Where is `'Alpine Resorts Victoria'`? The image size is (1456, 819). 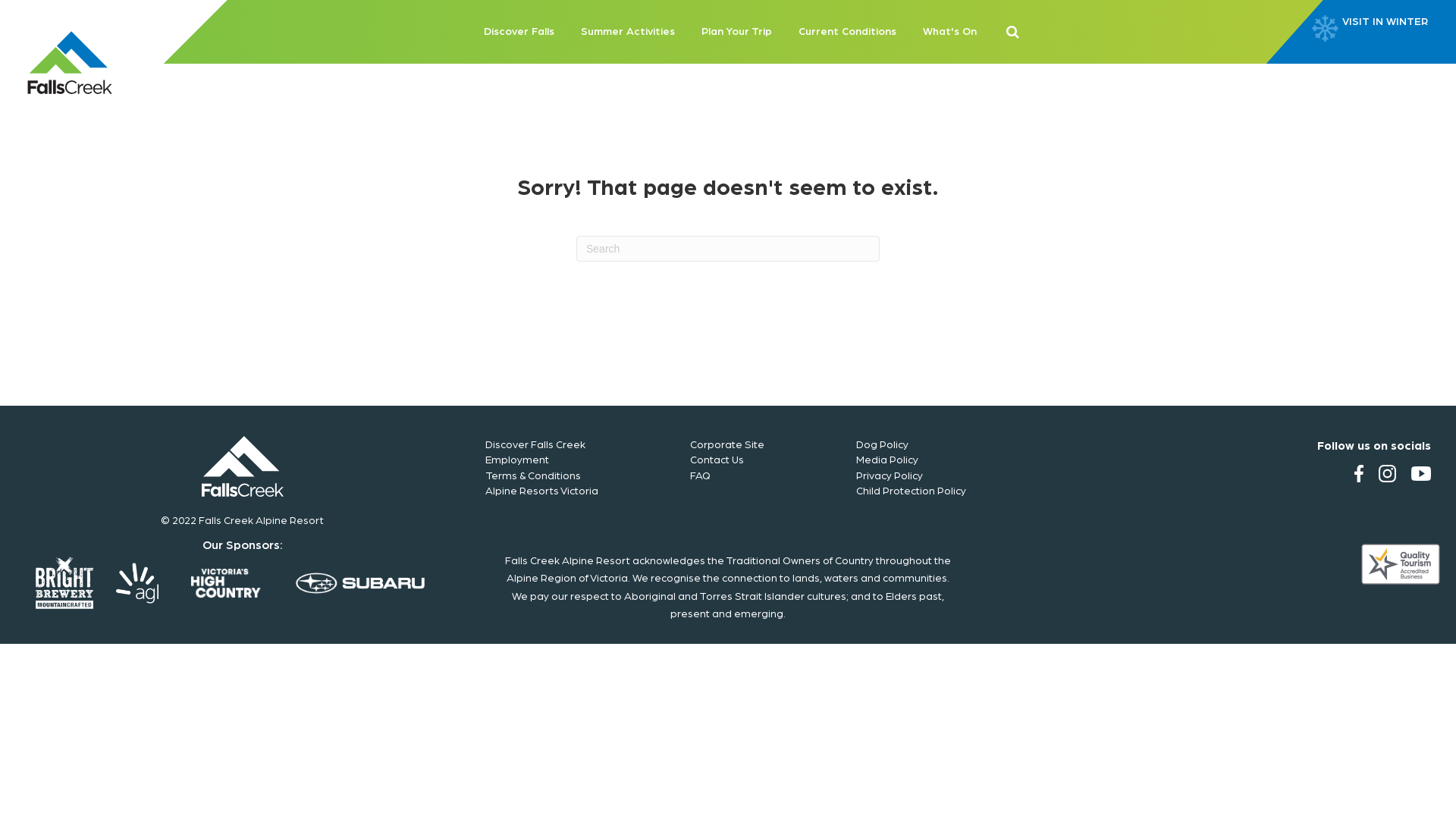
'Alpine Resorts Victoria' is located at coordinates (541, 489).